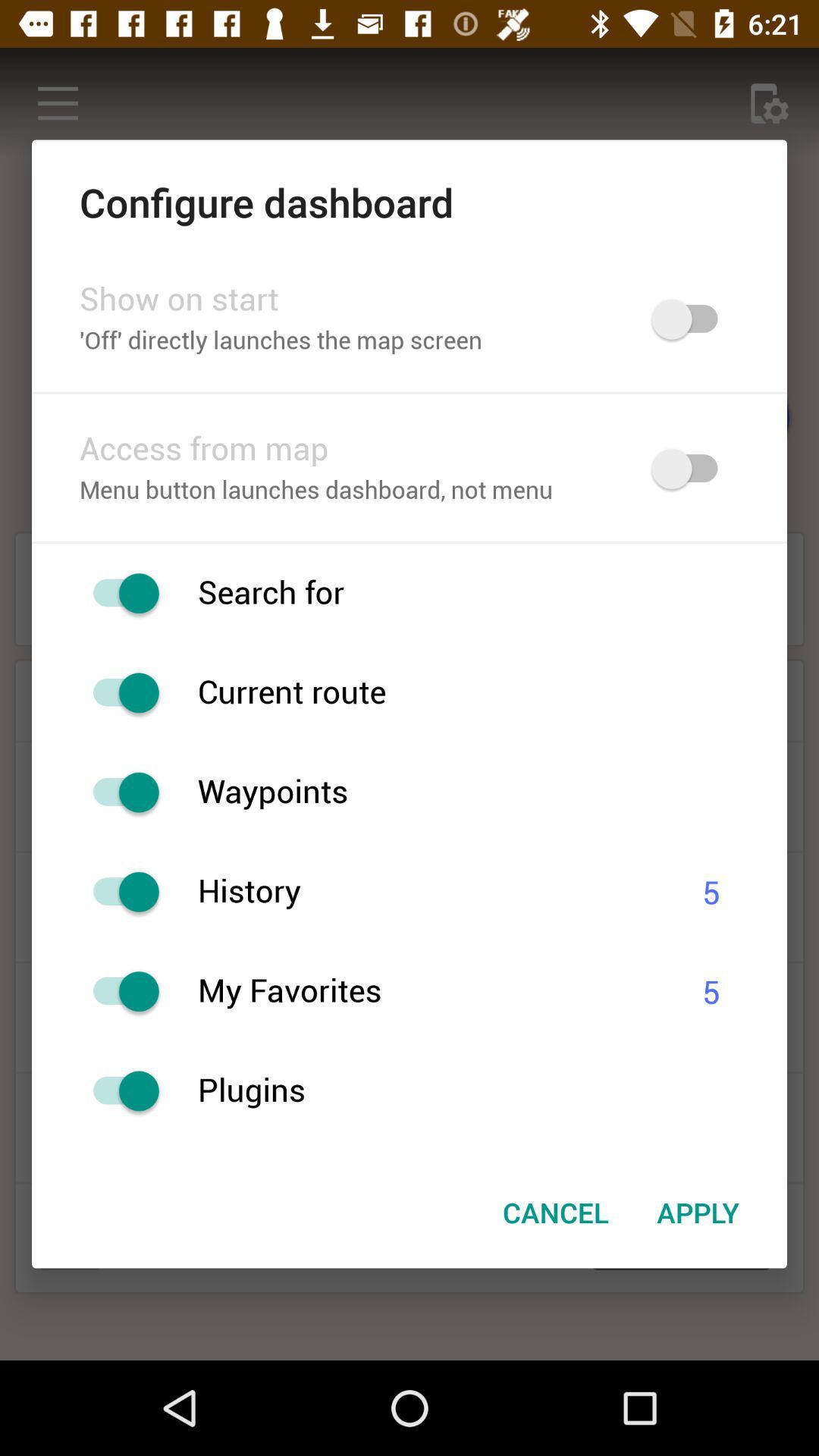 Image resolution: width=819 pixels, height=1456 pixels. I want to click on dashboard map access, so click(692, 468).